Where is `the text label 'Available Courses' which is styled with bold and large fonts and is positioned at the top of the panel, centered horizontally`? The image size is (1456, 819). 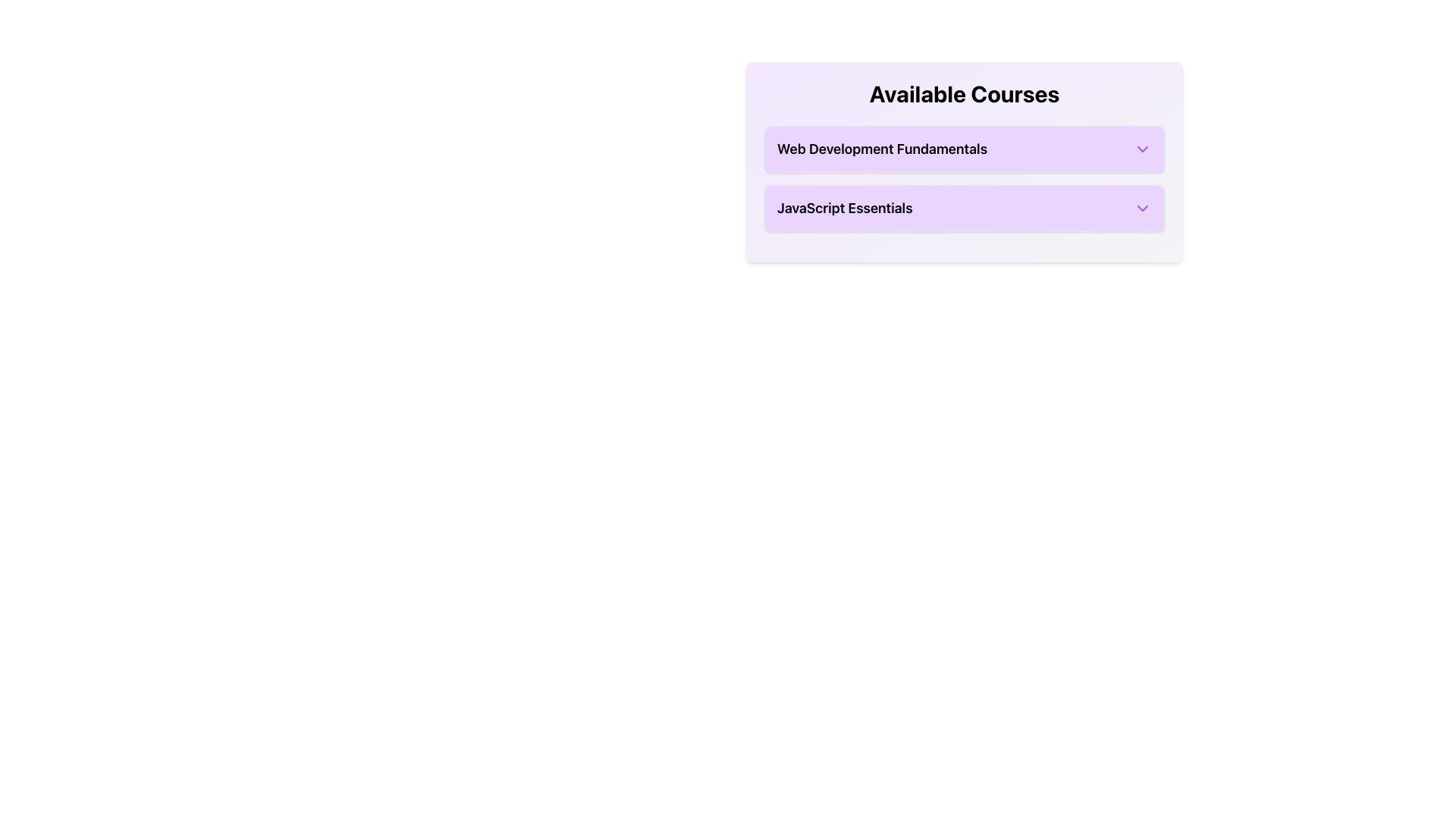 the text label 'Available Courses' which is styled with bold and large fonts and is positioned at the top of the panel, centered horizontally is located at coordinates (964, 93).